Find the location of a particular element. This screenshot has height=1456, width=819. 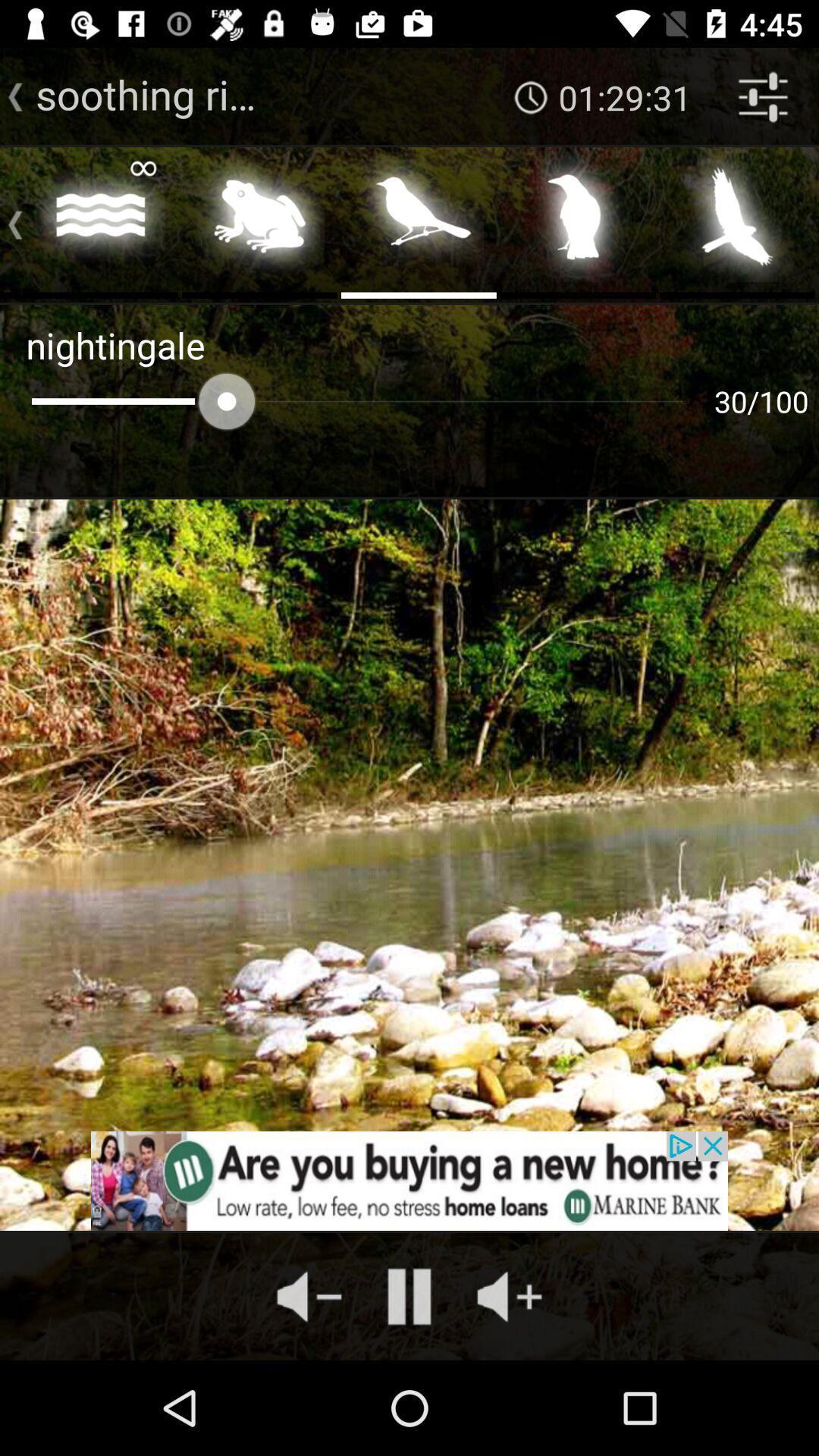

choose the eagle bird is located at coordinates (736, 221).